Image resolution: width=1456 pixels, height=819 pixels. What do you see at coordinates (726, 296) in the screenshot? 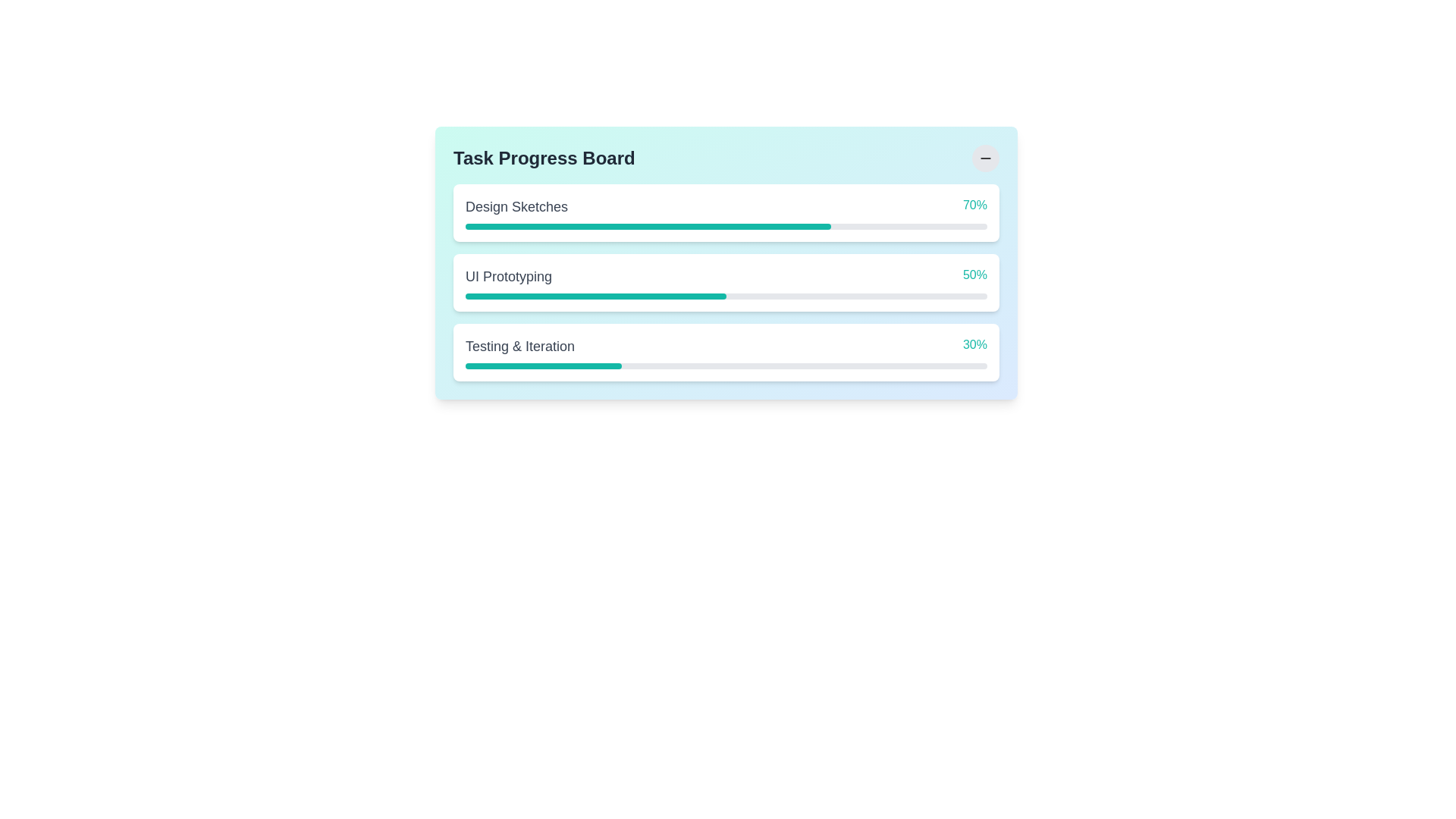
I see `the second progress bar in the 'Task Progress Board' that visually displays 50% completion for the 'UI Prototyping' task` at bounding box center [726, 296].